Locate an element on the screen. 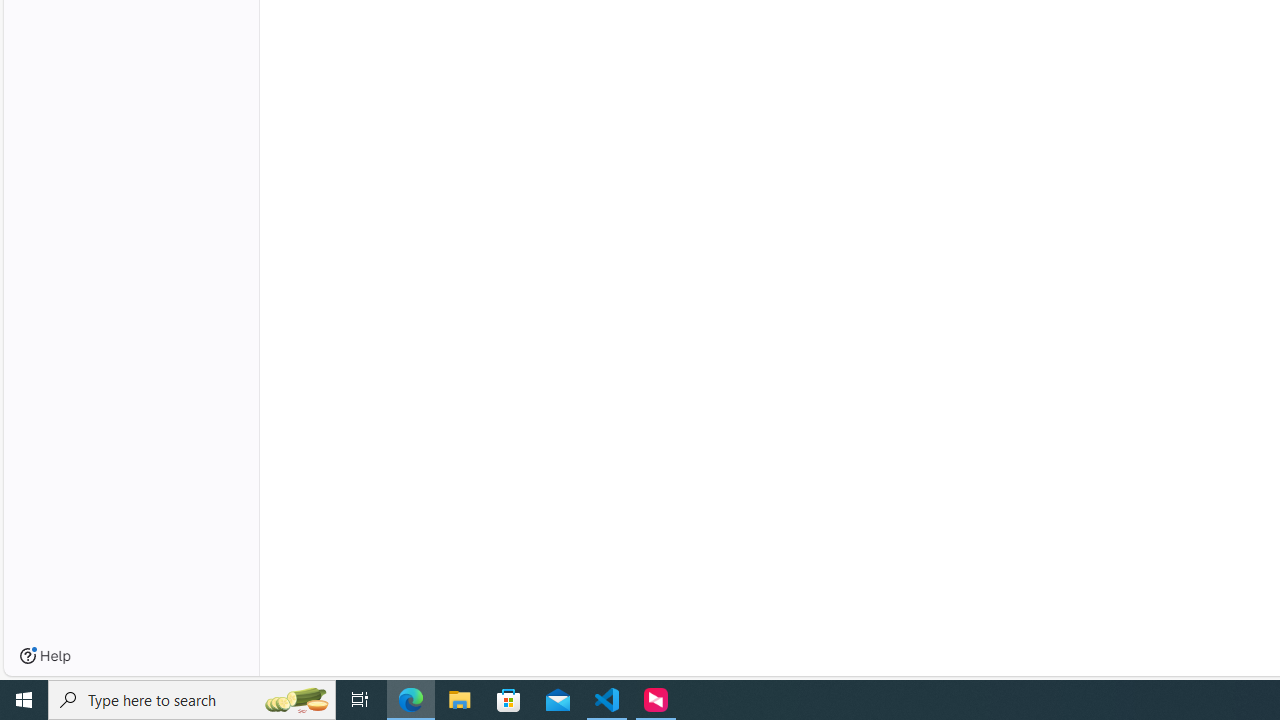  'Microsoft Edge - 1 running window' is located at coordinates (410, 698).